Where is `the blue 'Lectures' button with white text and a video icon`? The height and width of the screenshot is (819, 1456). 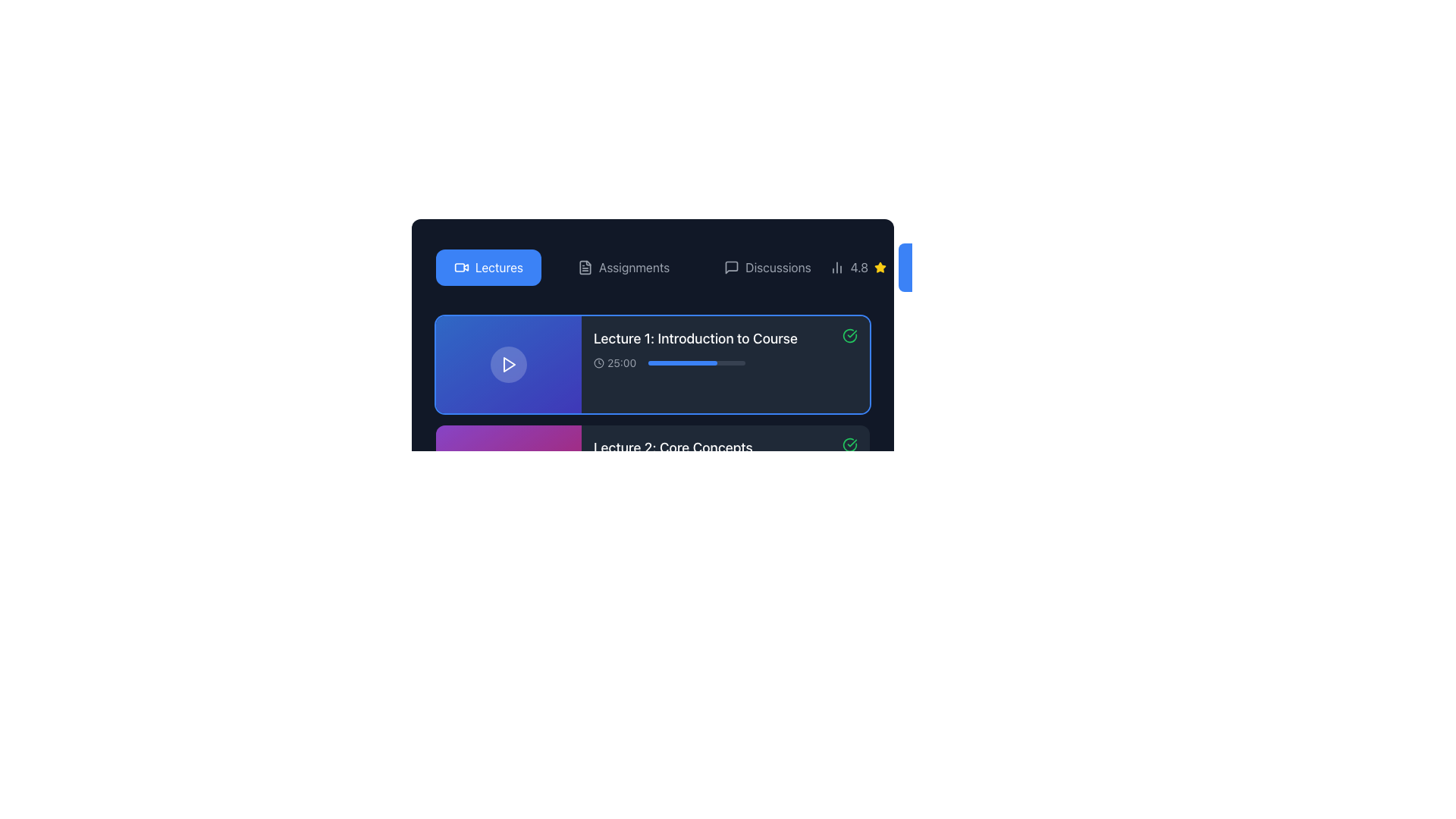
the blue 'Lectures' button with white text and a video icon is located at coordinates (488, 267).